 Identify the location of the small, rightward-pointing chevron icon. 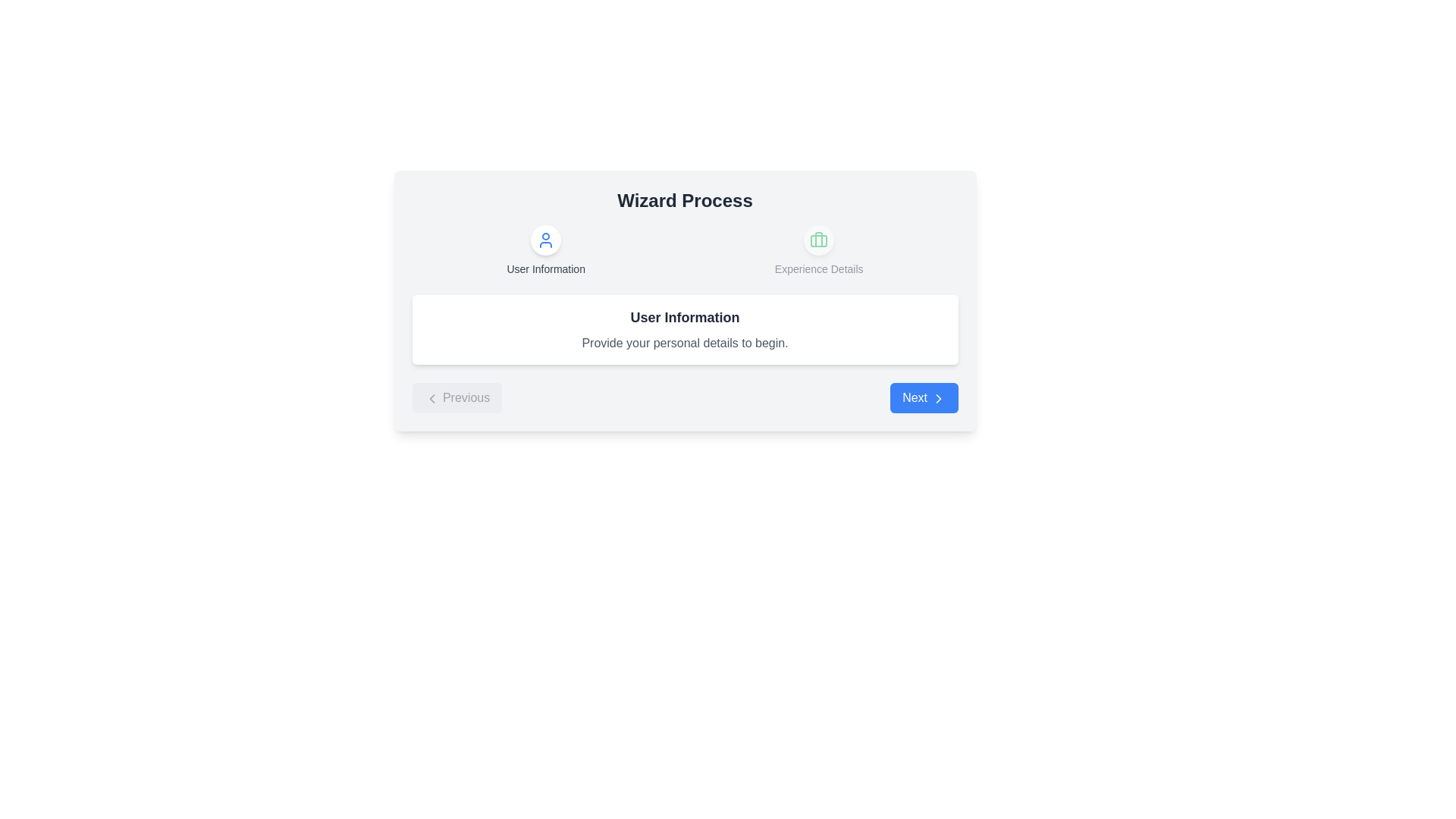
(937, 397).